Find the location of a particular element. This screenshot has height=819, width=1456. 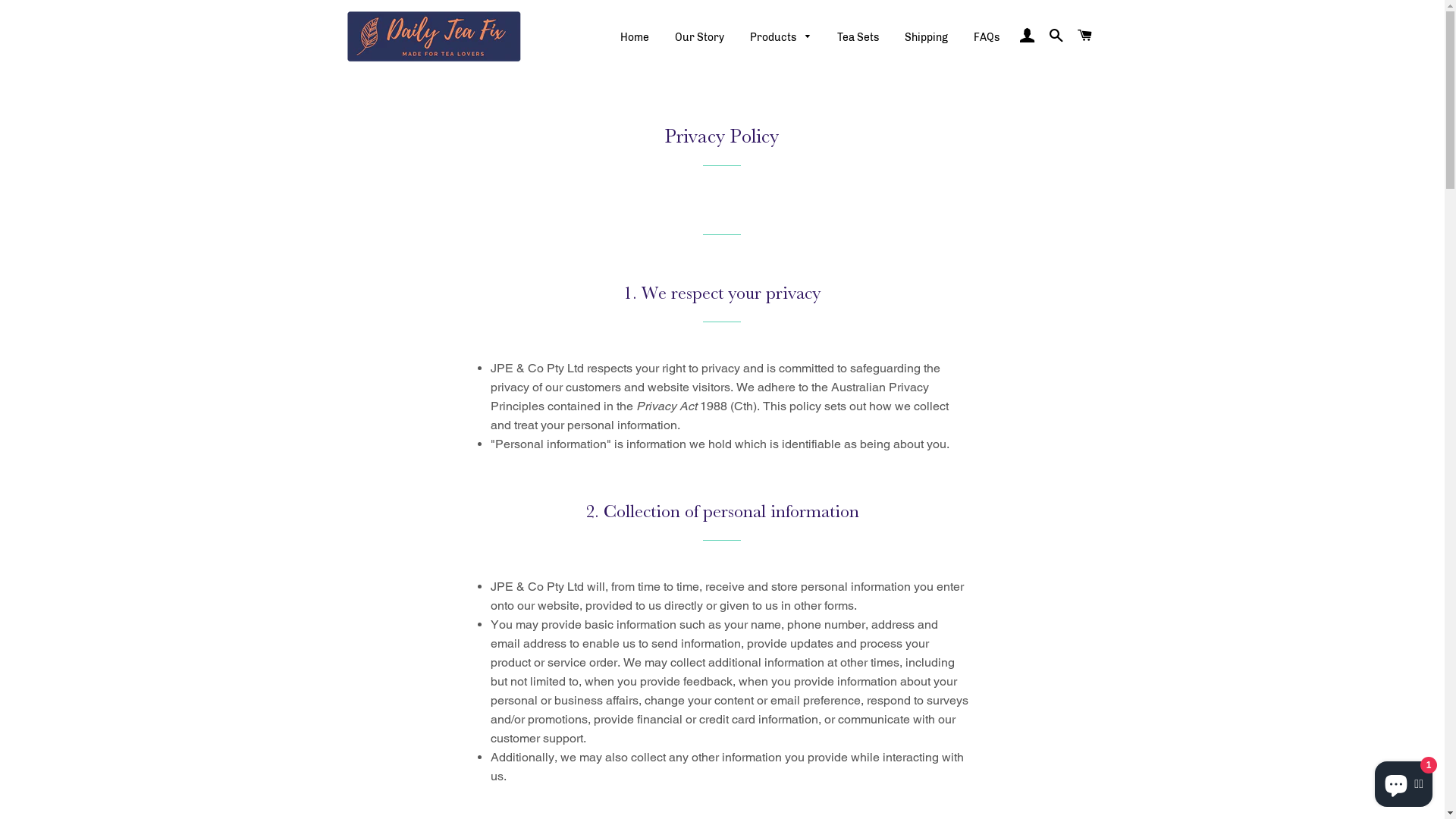

'Our Story' is located at coordinates (663, 37).